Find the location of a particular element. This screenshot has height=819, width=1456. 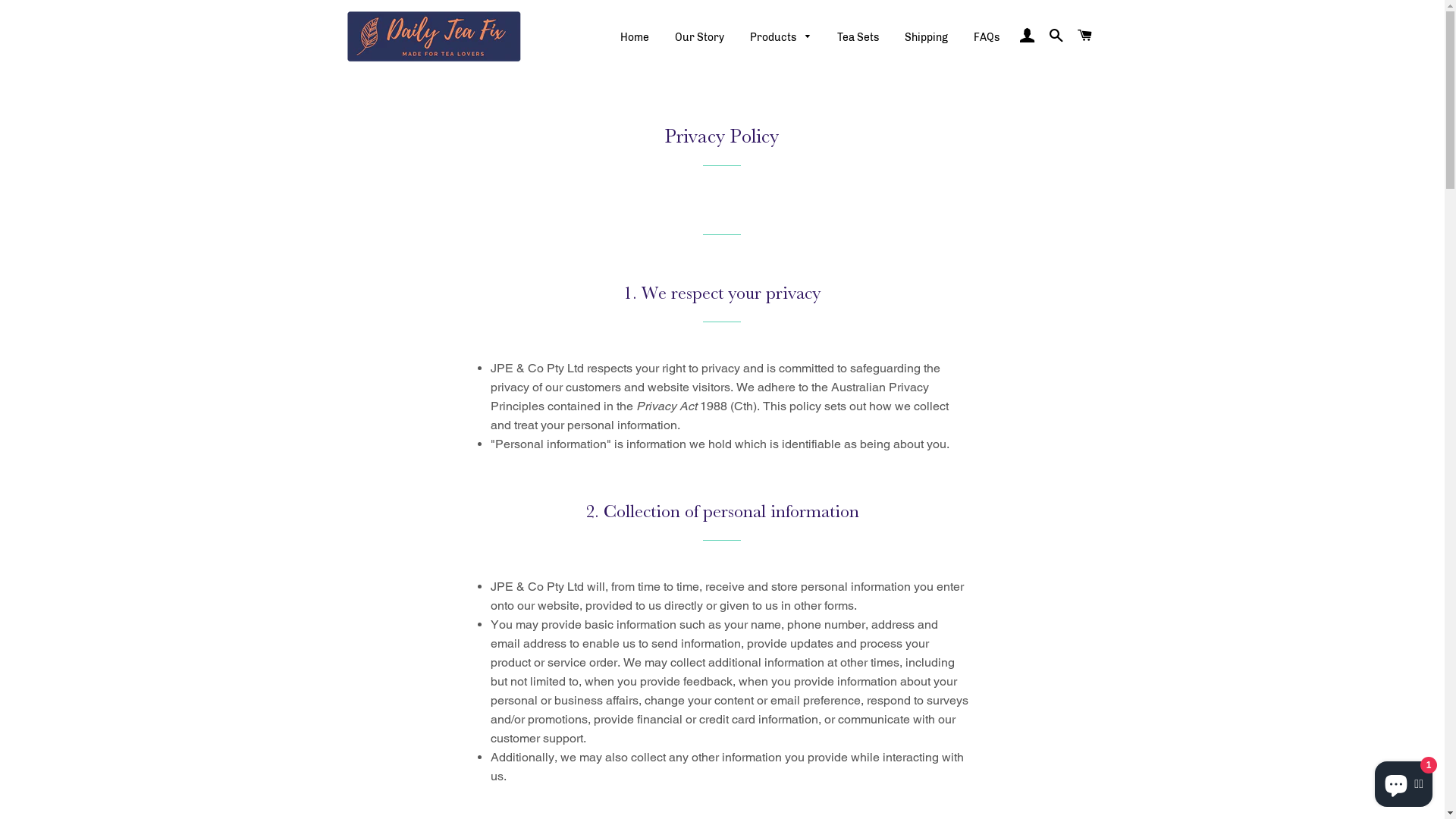

'Our Story' is located at coordinates (663, 37).